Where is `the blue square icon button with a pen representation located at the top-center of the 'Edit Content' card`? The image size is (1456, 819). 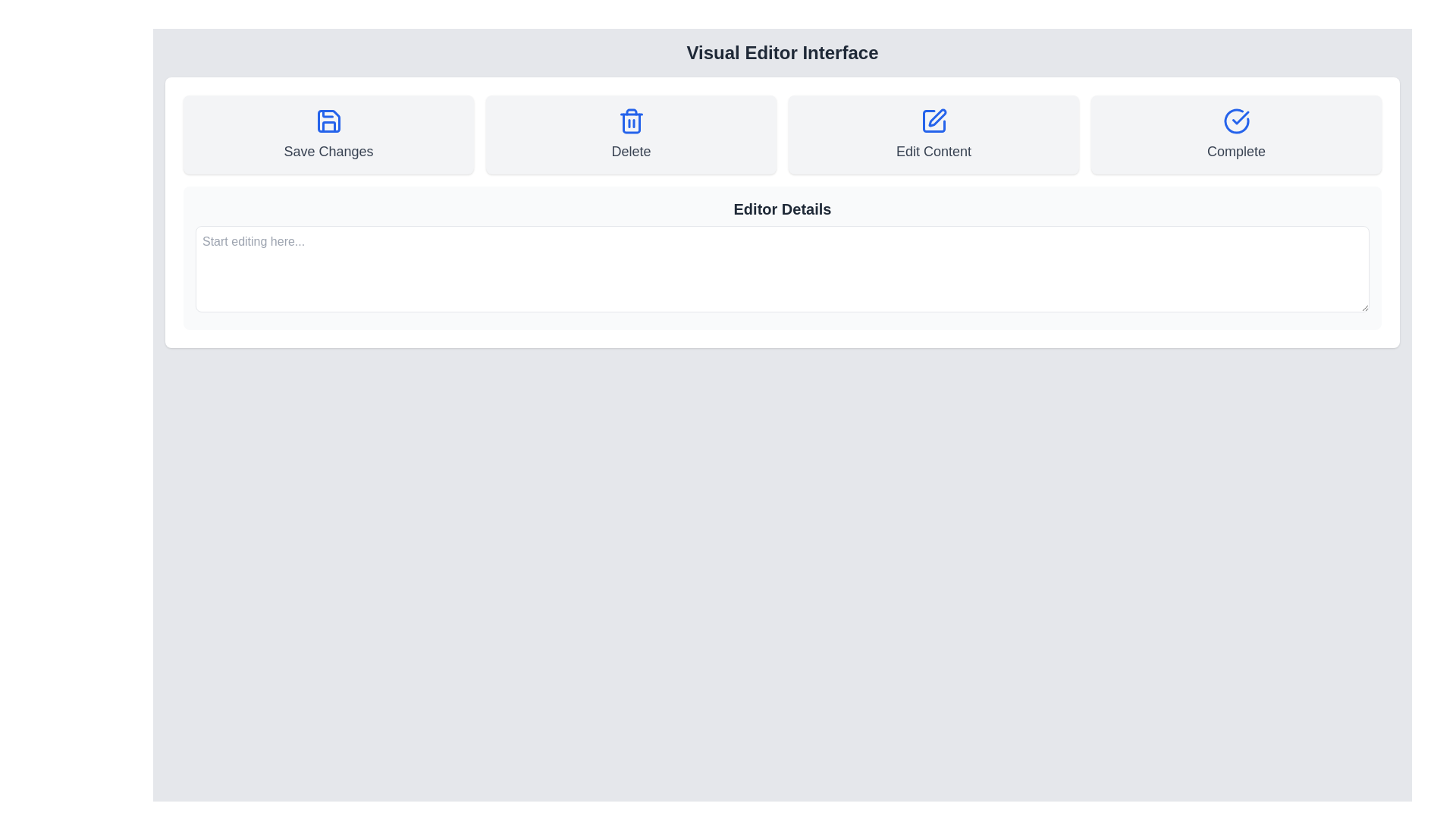
the blue square icon button with a pen representation located at the top-center of the 'Edit Content' card is located at coordinates (933, 120).